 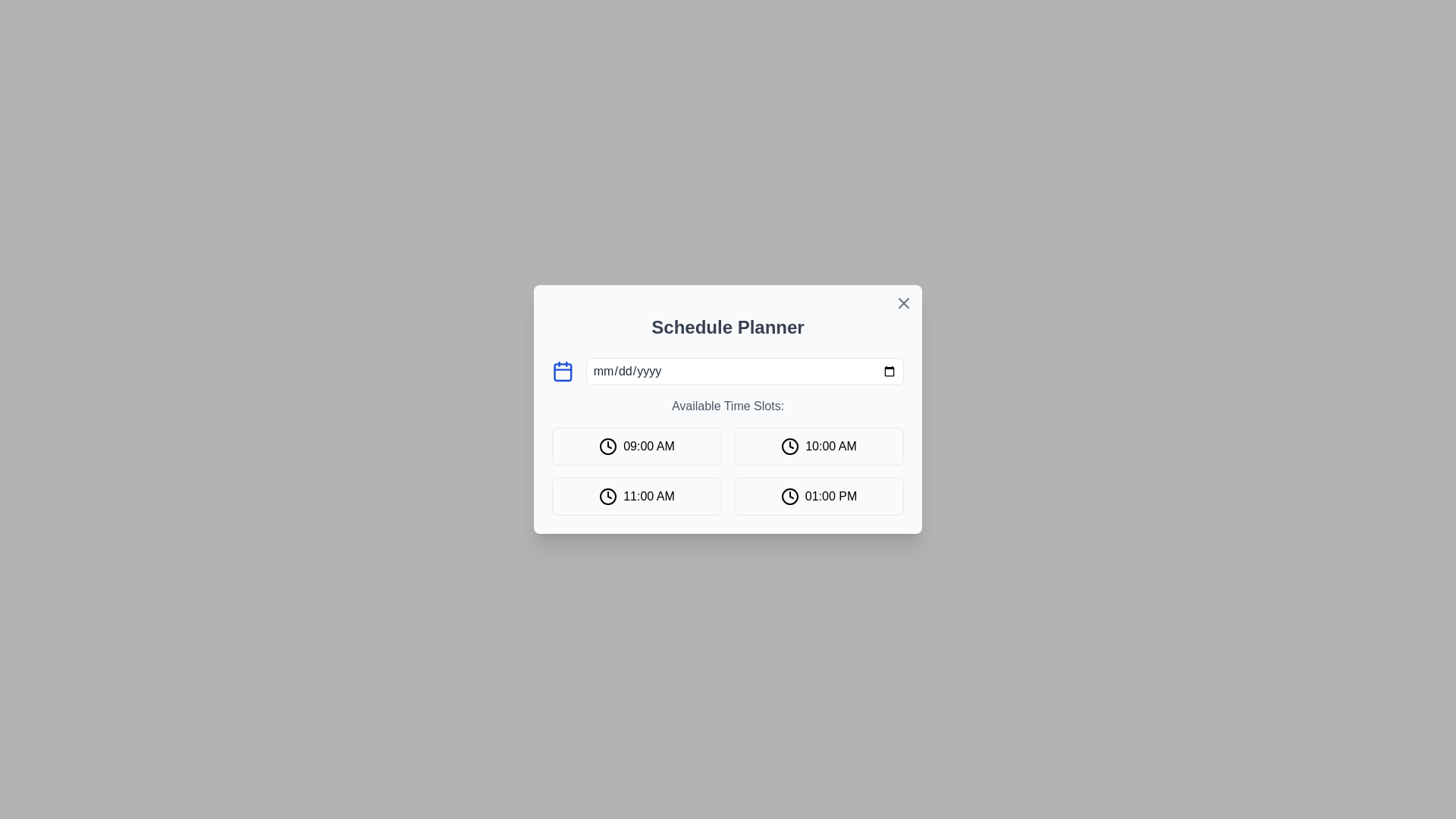 What do you see at coordinates (608, 446) in the screenshot?
I see `the filled circle at the center of the clock icon representing '09:00 AM' in the selection interface` at bounding box center [608, 446].